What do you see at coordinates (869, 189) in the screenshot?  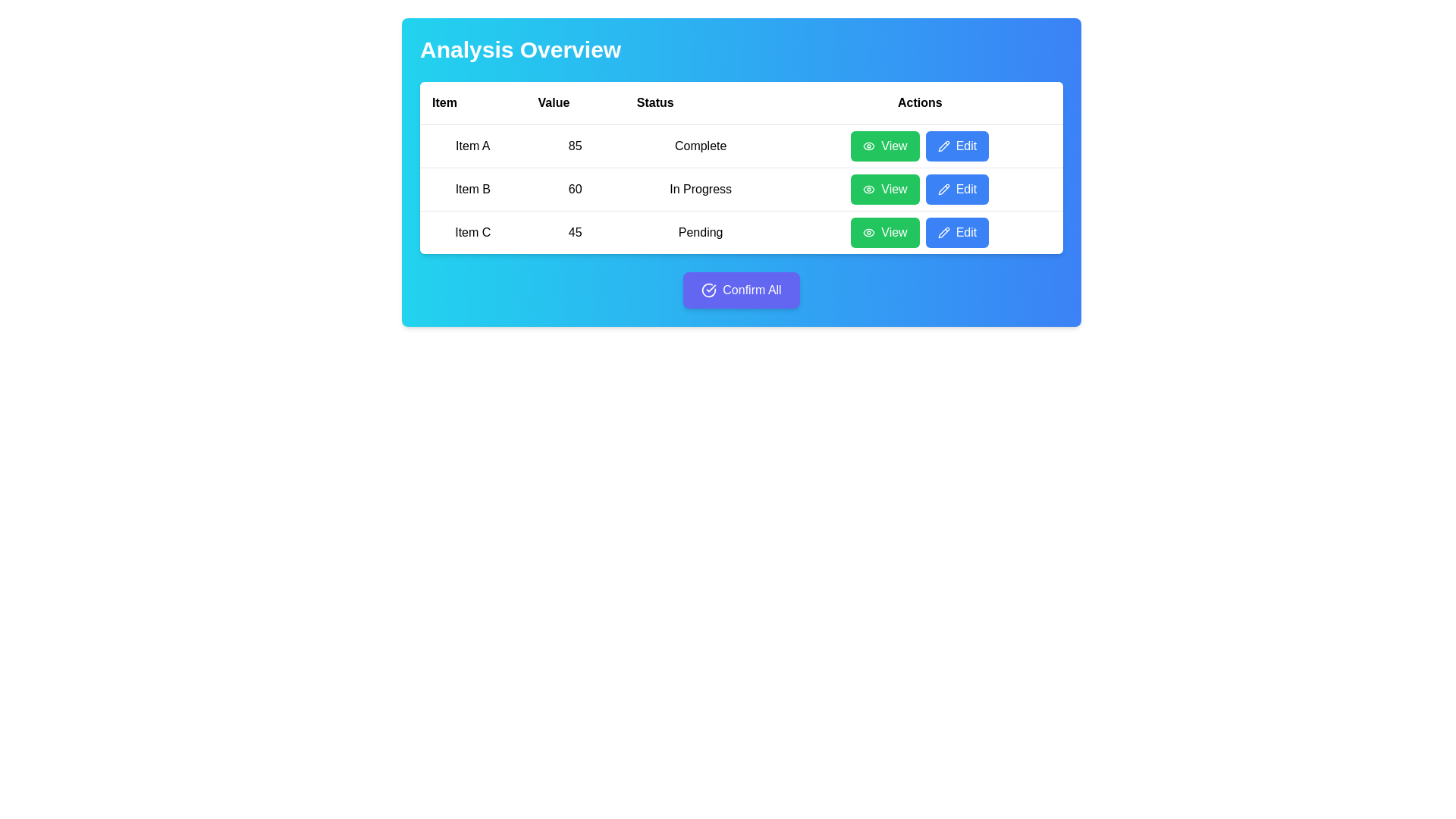 I see `the eye icon representing visibility, located in the second row of the table under the 'Actions' column` at bounding box center [869, 189].